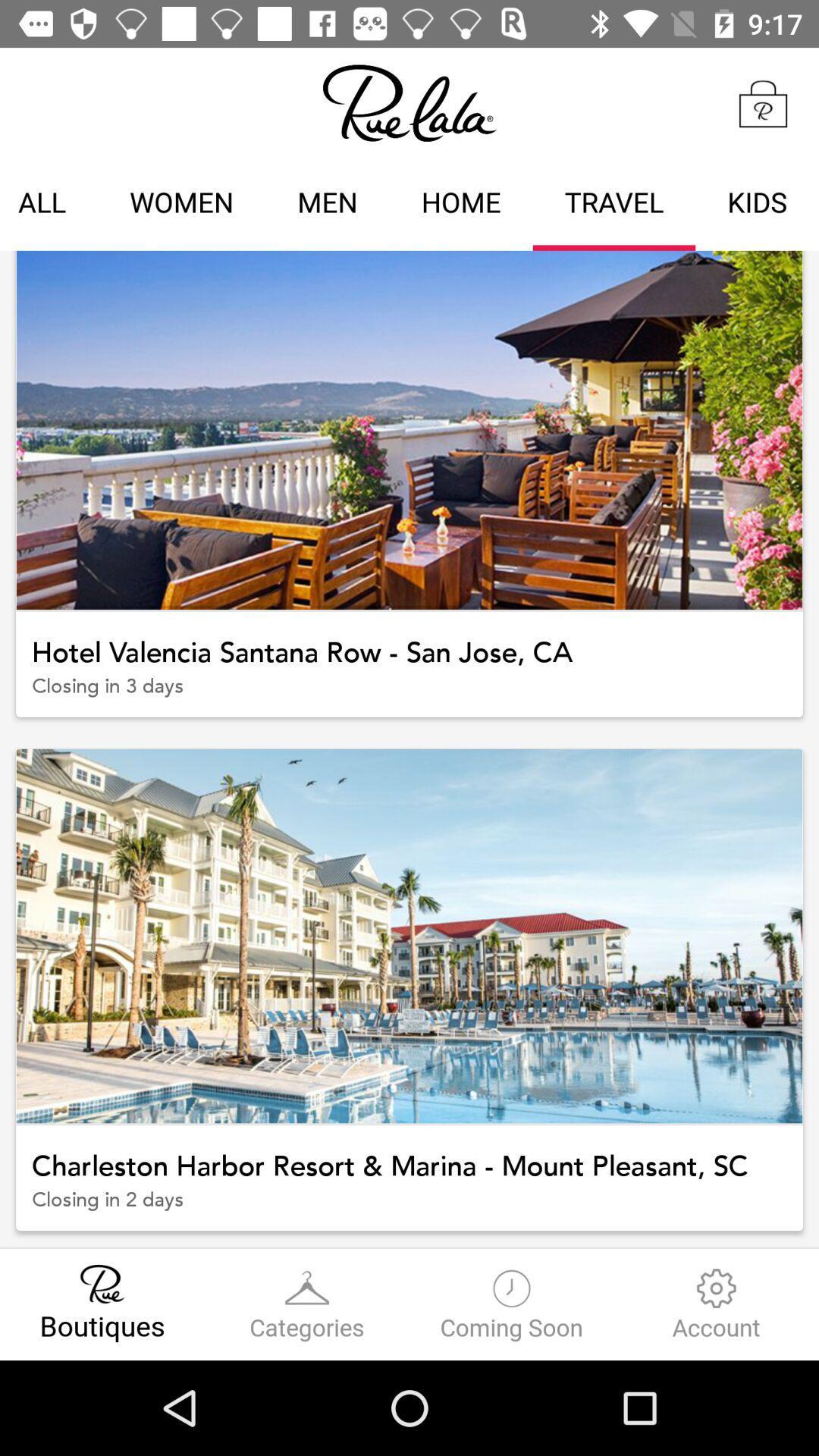  I want to click on icon next to men, so click(460, 204).